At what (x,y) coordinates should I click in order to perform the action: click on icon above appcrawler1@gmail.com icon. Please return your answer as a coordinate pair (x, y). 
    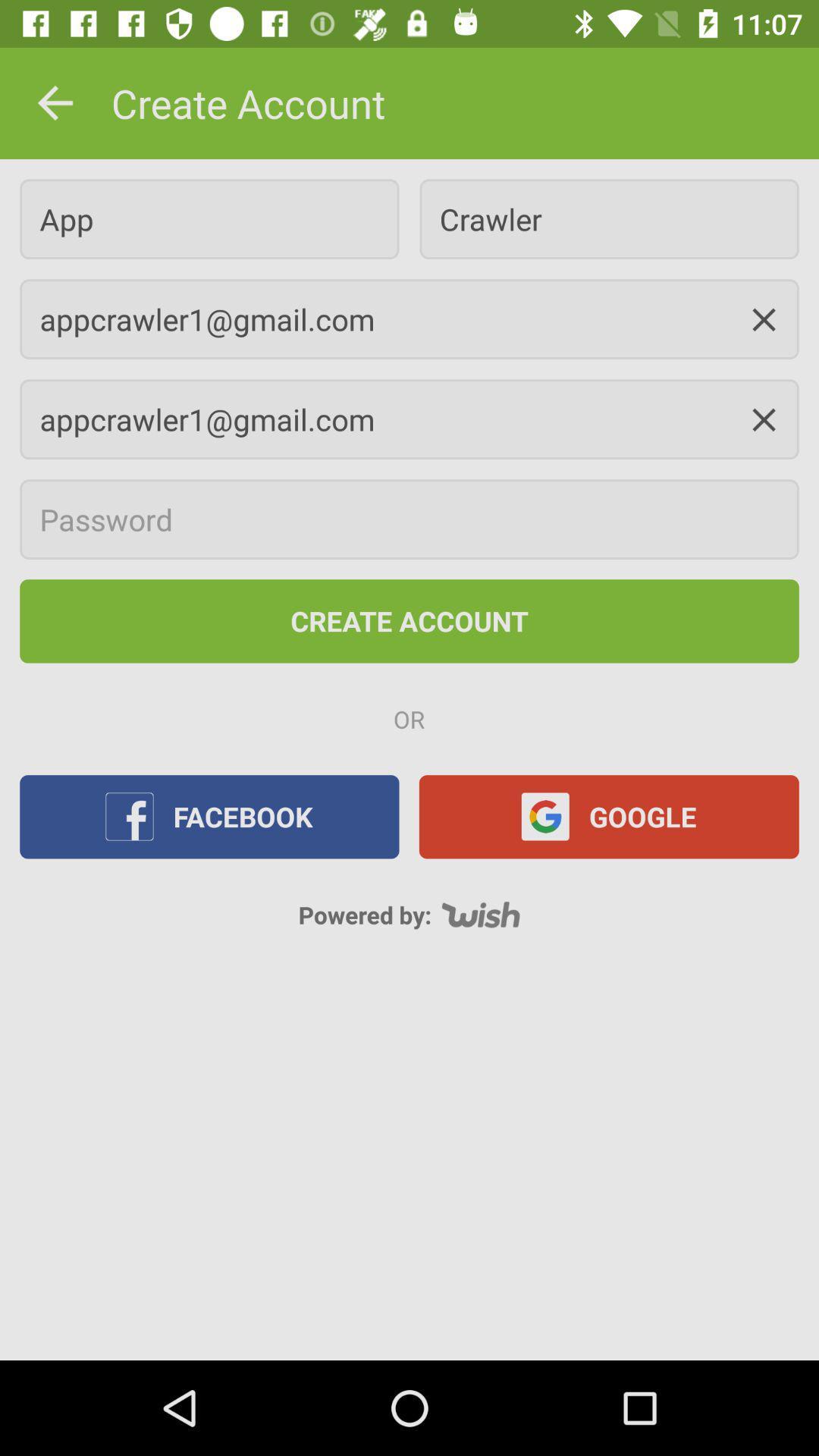
    Looking at the image, I should click on (209, 218).